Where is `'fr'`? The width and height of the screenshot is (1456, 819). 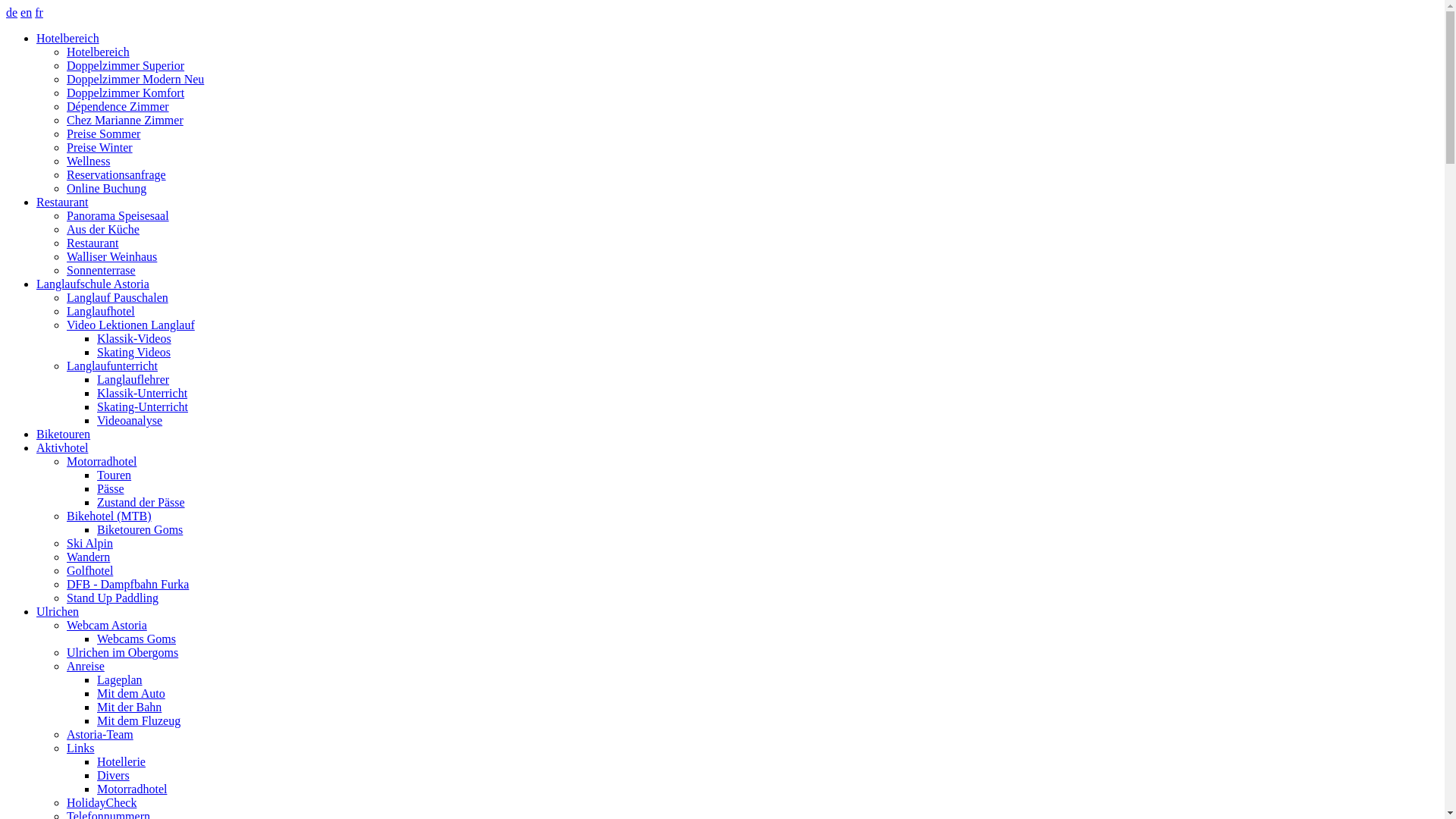
'fr' is located at coordinates (39, 12).